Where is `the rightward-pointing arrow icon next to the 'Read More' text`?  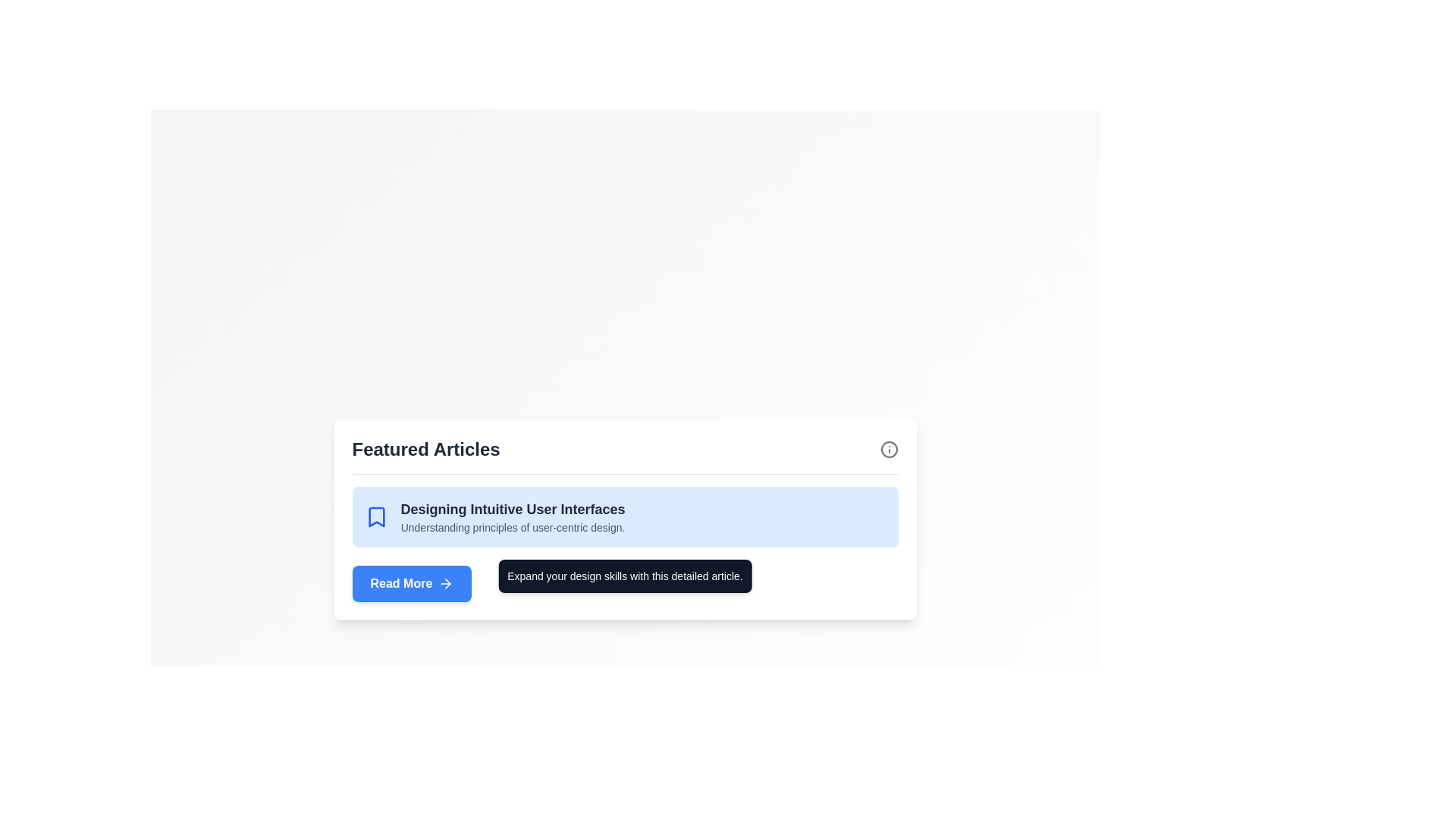
the rightward-pointing arrow icon next to the 'Read More' text is located at coordinates (445, 582).